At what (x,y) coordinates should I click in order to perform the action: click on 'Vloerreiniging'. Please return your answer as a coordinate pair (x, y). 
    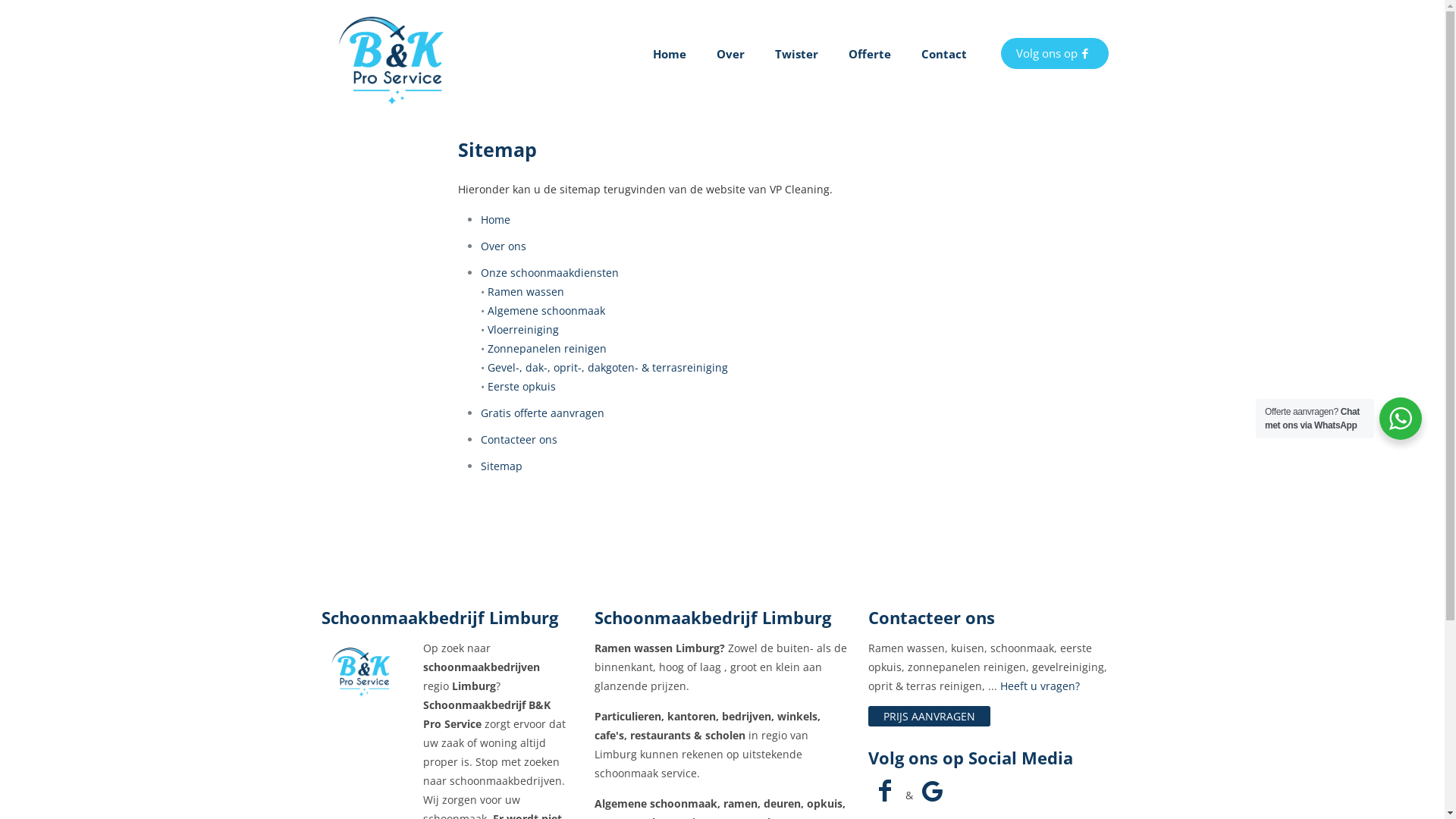
    Looking at the image, I should click on (523, 328).